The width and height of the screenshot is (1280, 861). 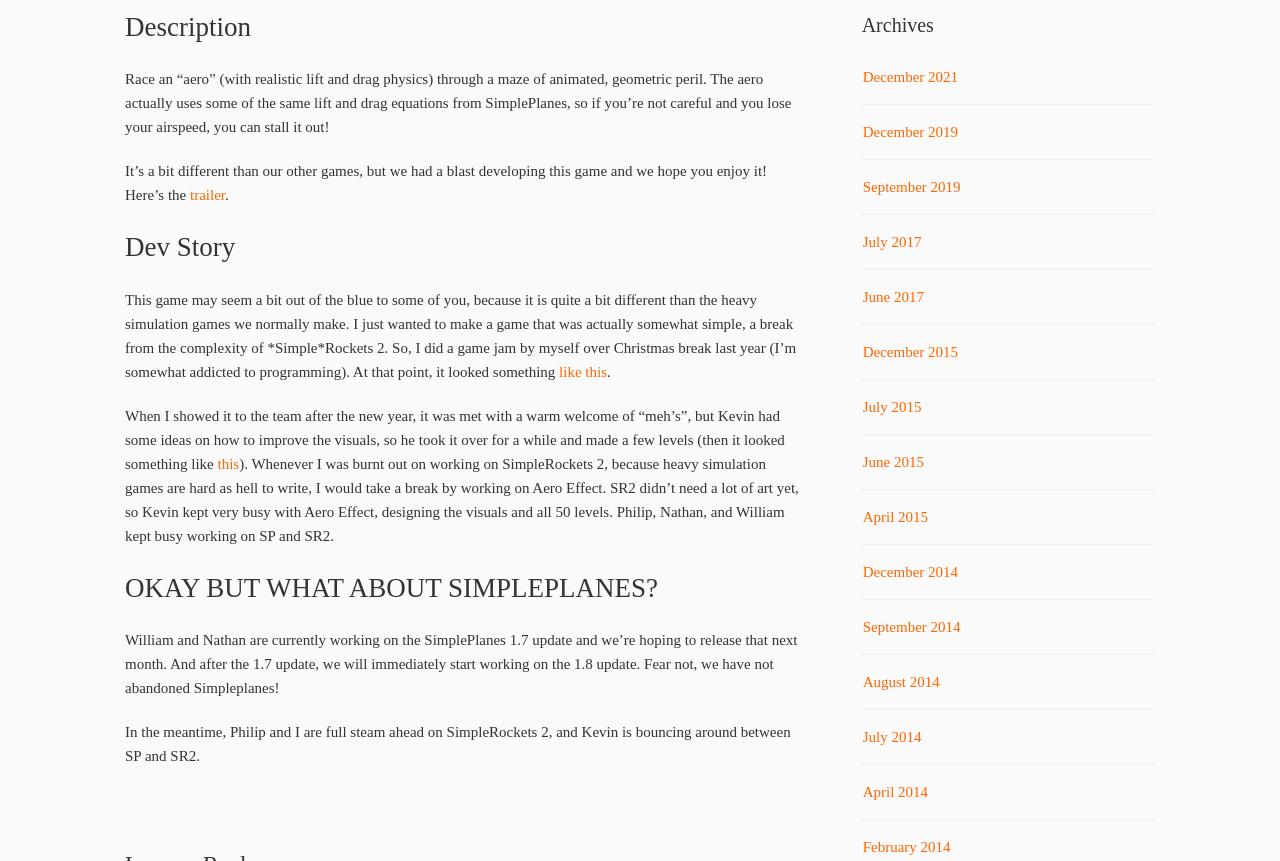 I want to click on 'July 2015', so click(x=890, y=406).